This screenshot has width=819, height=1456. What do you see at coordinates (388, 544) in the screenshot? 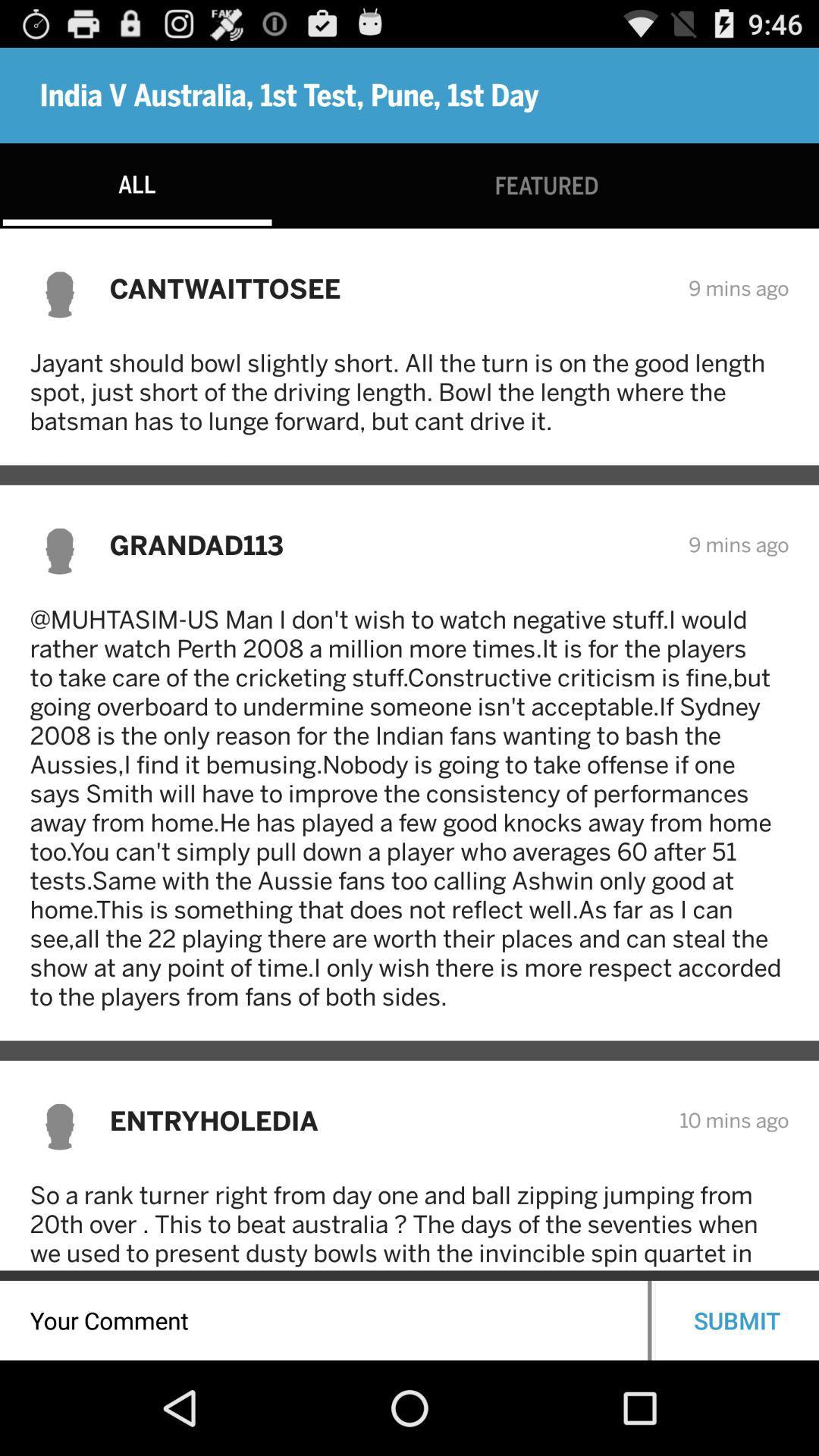
I see `grandad113 icon` at bounding box center [388, 544].